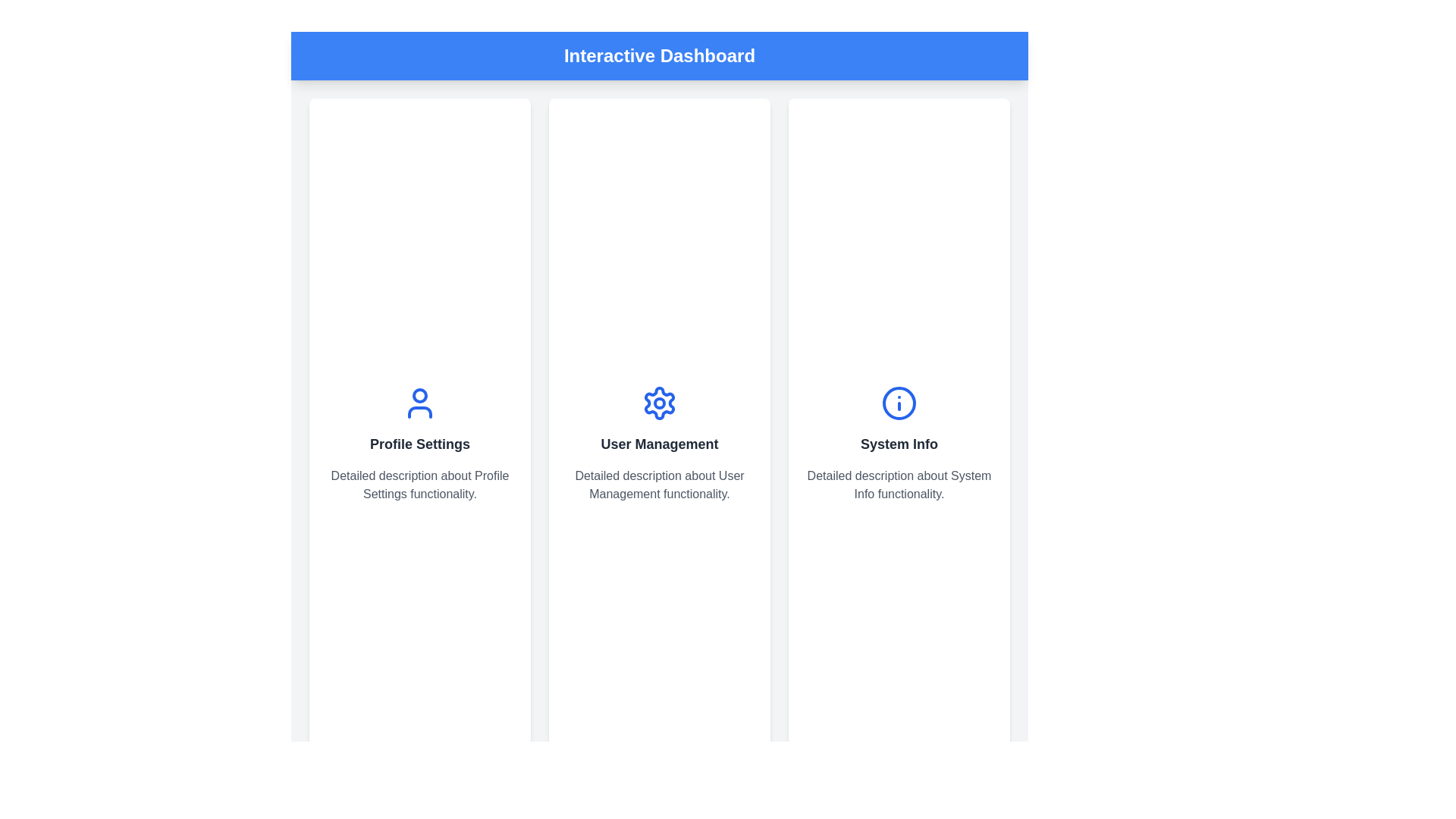  Describe the element at coordinates (419, 485) in the screenshot. I see `the explanatory text block located below the 'Profile Settings' title and user profile icon in the Profile Settings section` at that location.